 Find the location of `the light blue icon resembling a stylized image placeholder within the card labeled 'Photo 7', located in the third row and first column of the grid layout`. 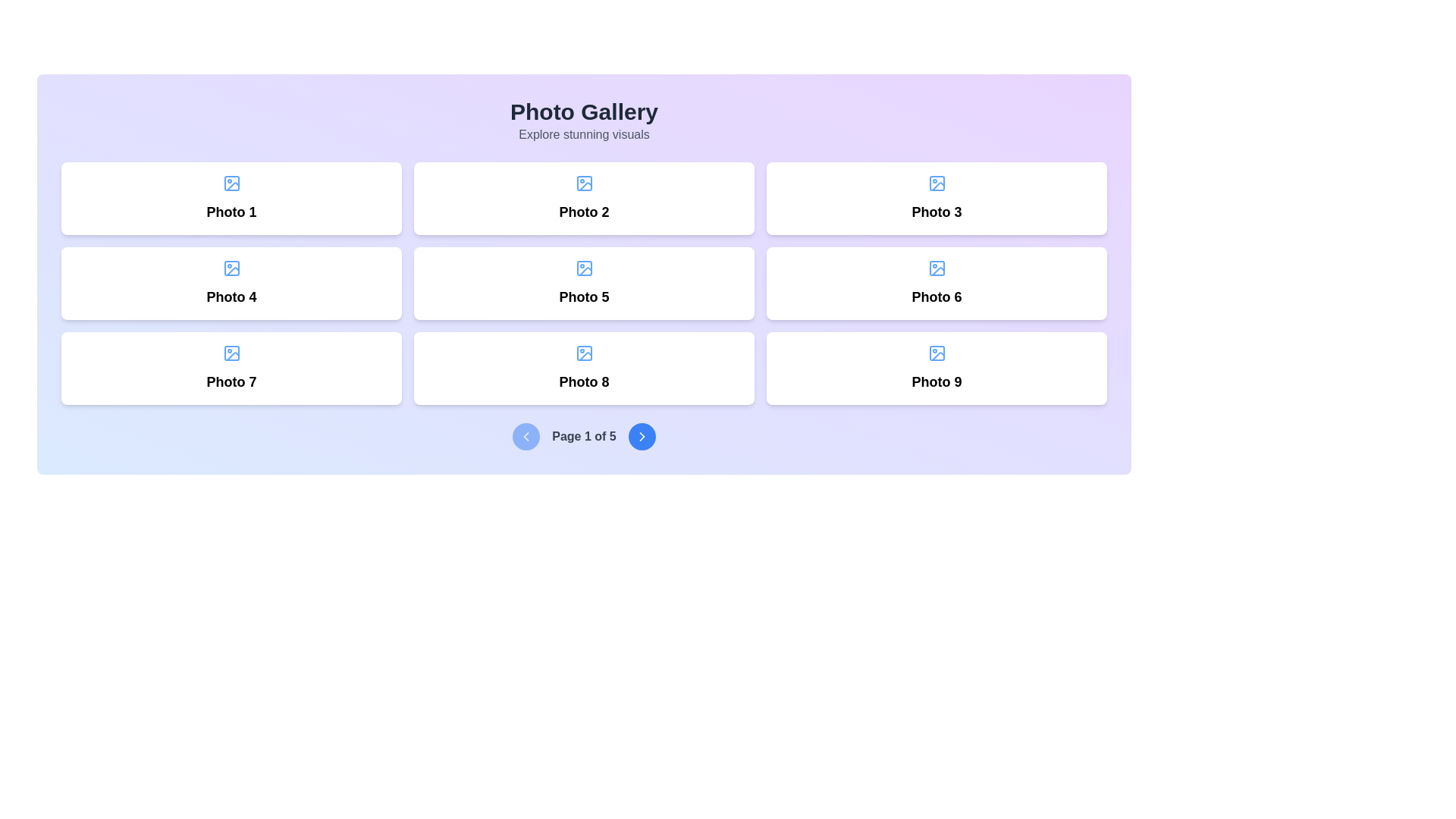

the light blue icon resembling a stylized image placeholder within the card labeled 'Photo 7', located in the third row and first column of the grid layout is located at coordinates (231, 353).